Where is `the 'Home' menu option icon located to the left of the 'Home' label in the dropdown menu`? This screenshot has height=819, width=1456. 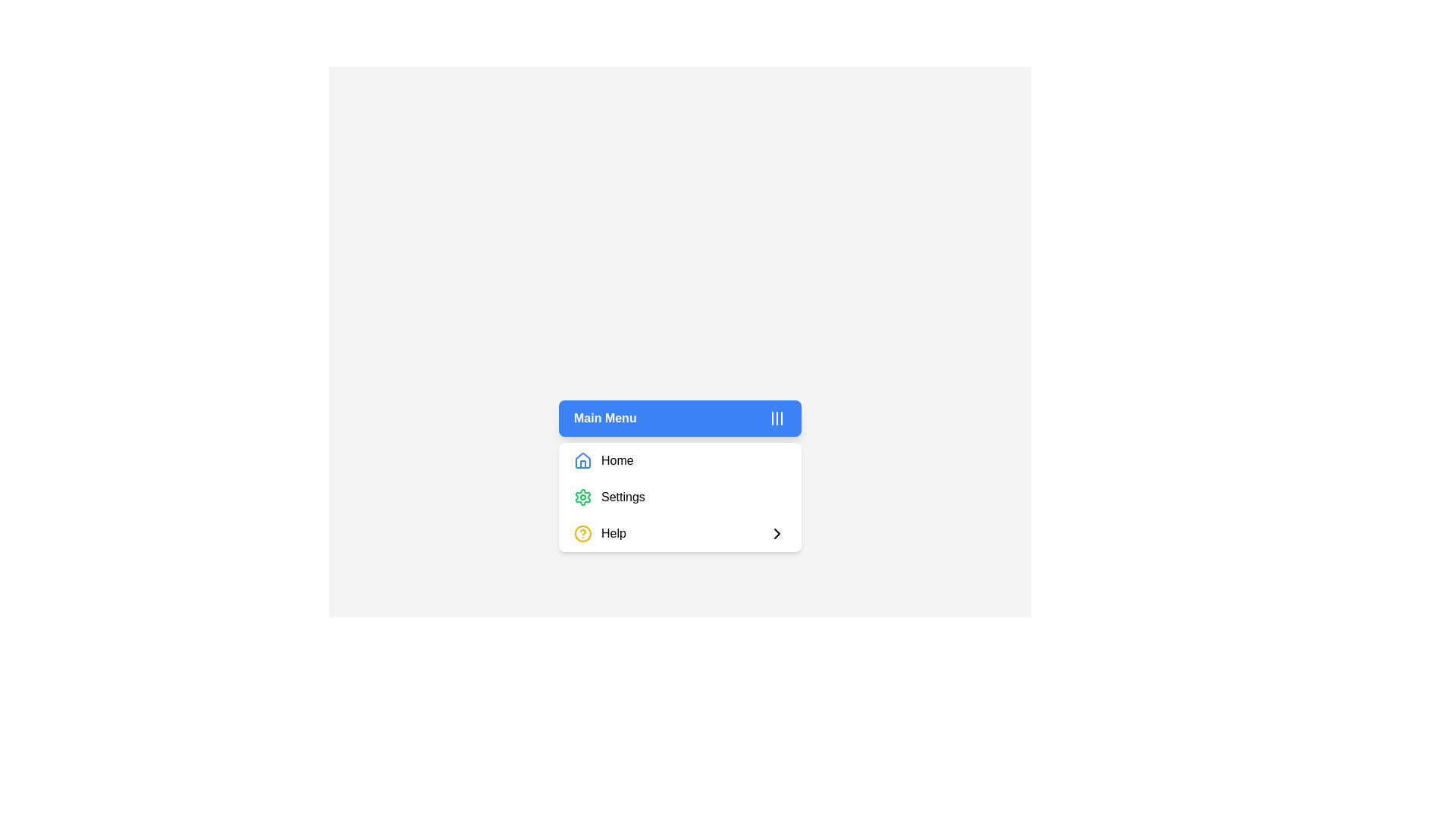
the 'Home' menu option icon located to the left of the 'Home' label in the dropdown menu is located at coordinates (582, 459).